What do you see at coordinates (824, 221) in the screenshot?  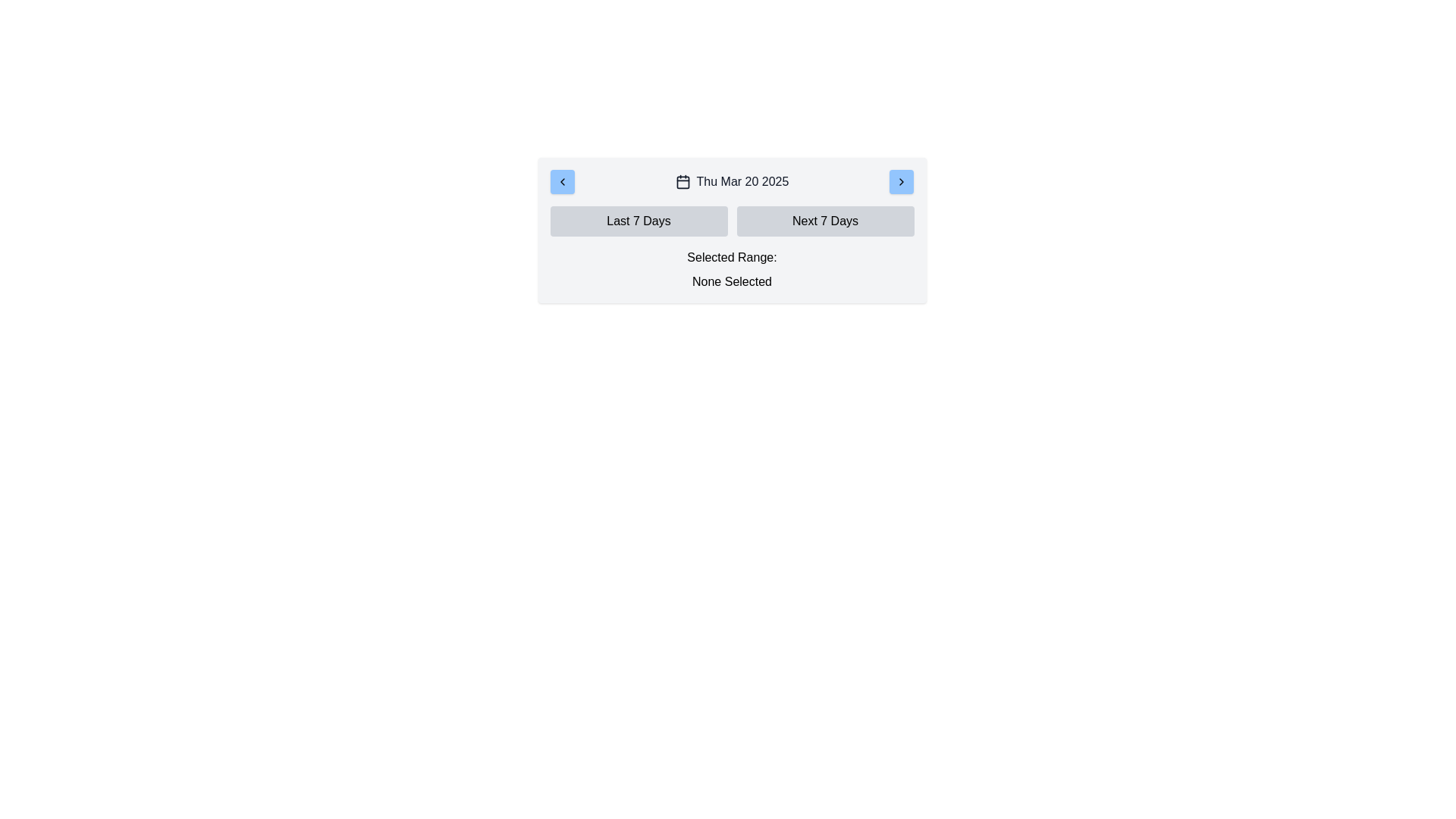 I see `the button located to the right of the 'Last 7 Days' button, which serves as a filter for viewing data for the next 7 days` at bounding box center [824, 221].